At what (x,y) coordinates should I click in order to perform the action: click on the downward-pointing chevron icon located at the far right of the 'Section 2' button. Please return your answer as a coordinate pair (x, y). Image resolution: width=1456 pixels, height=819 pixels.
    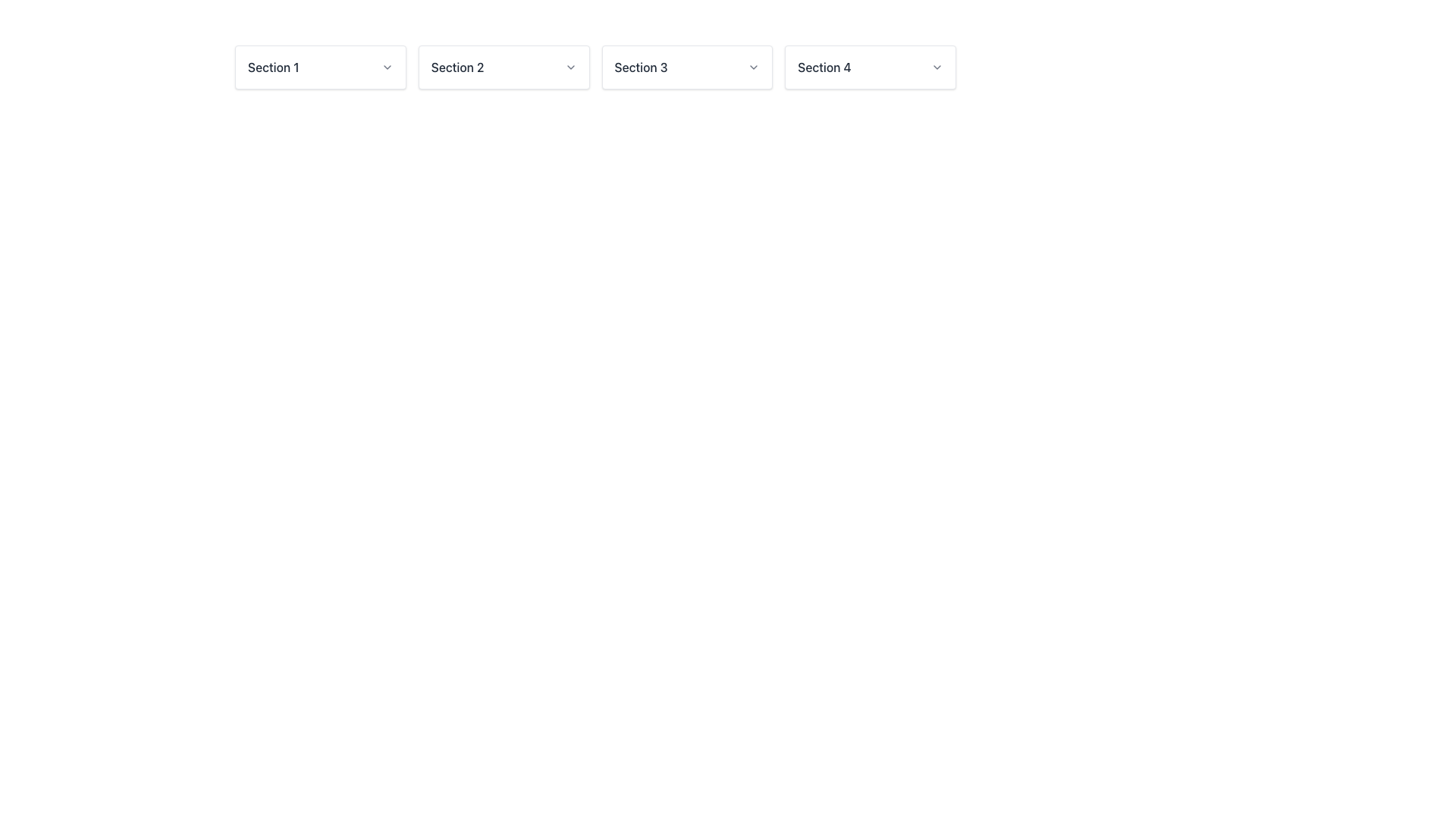
    Looking at the image, I should click on (570, 66).